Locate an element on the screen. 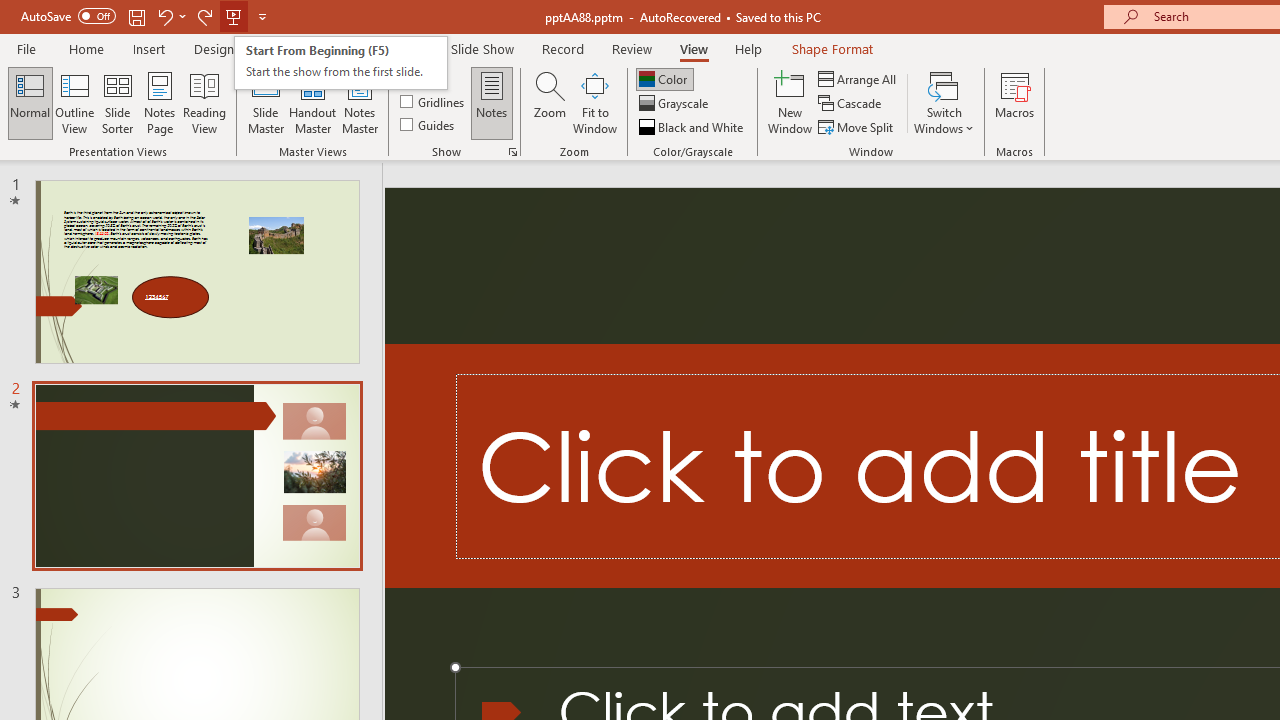  'Zoom...' is located at coordinates (549, 103).